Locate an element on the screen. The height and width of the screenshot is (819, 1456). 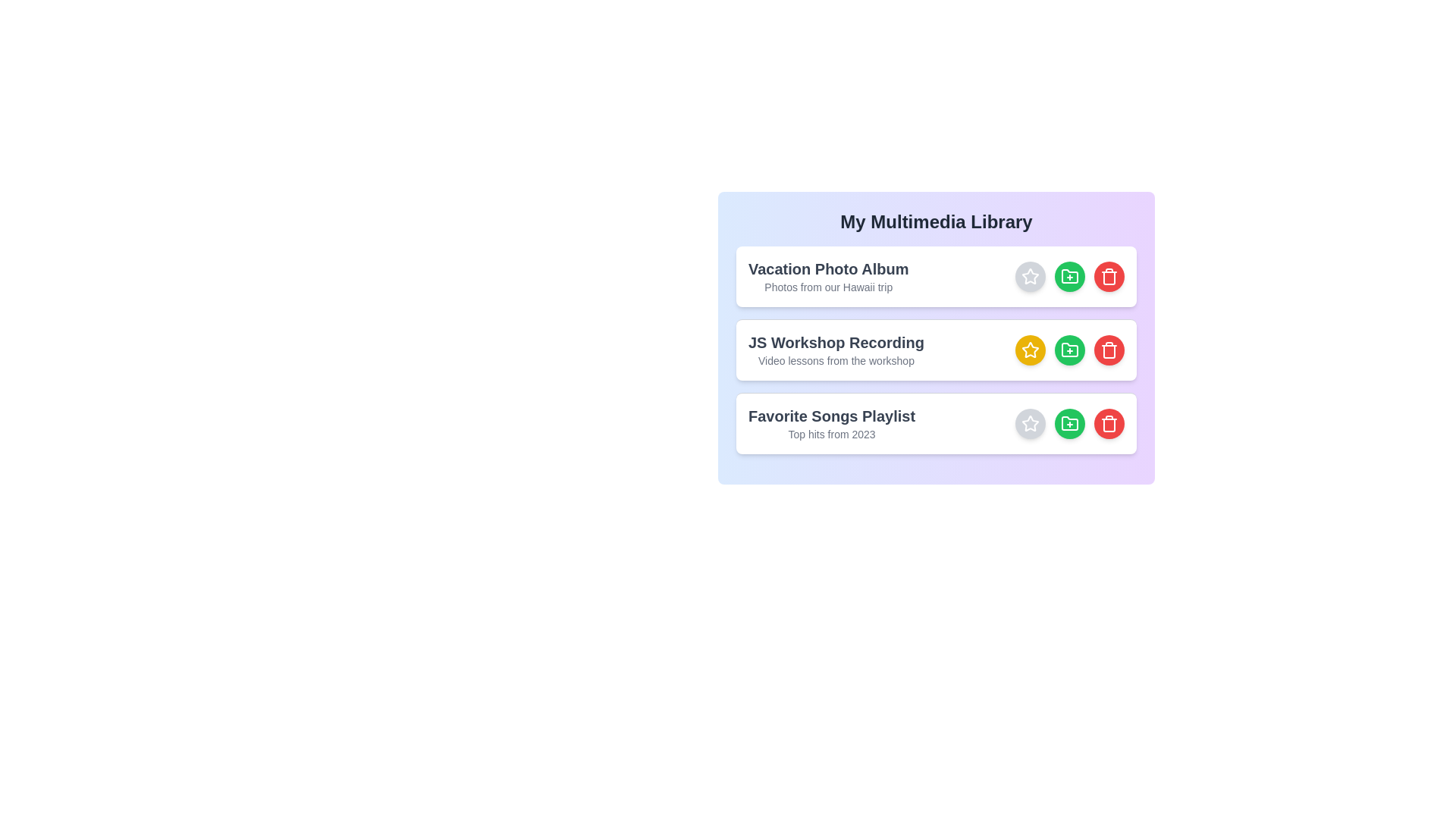
the circular green button with a white folder and plus icon, located in the 'Favorite Songs Playlist' section is located at coordinates (1069, 424).